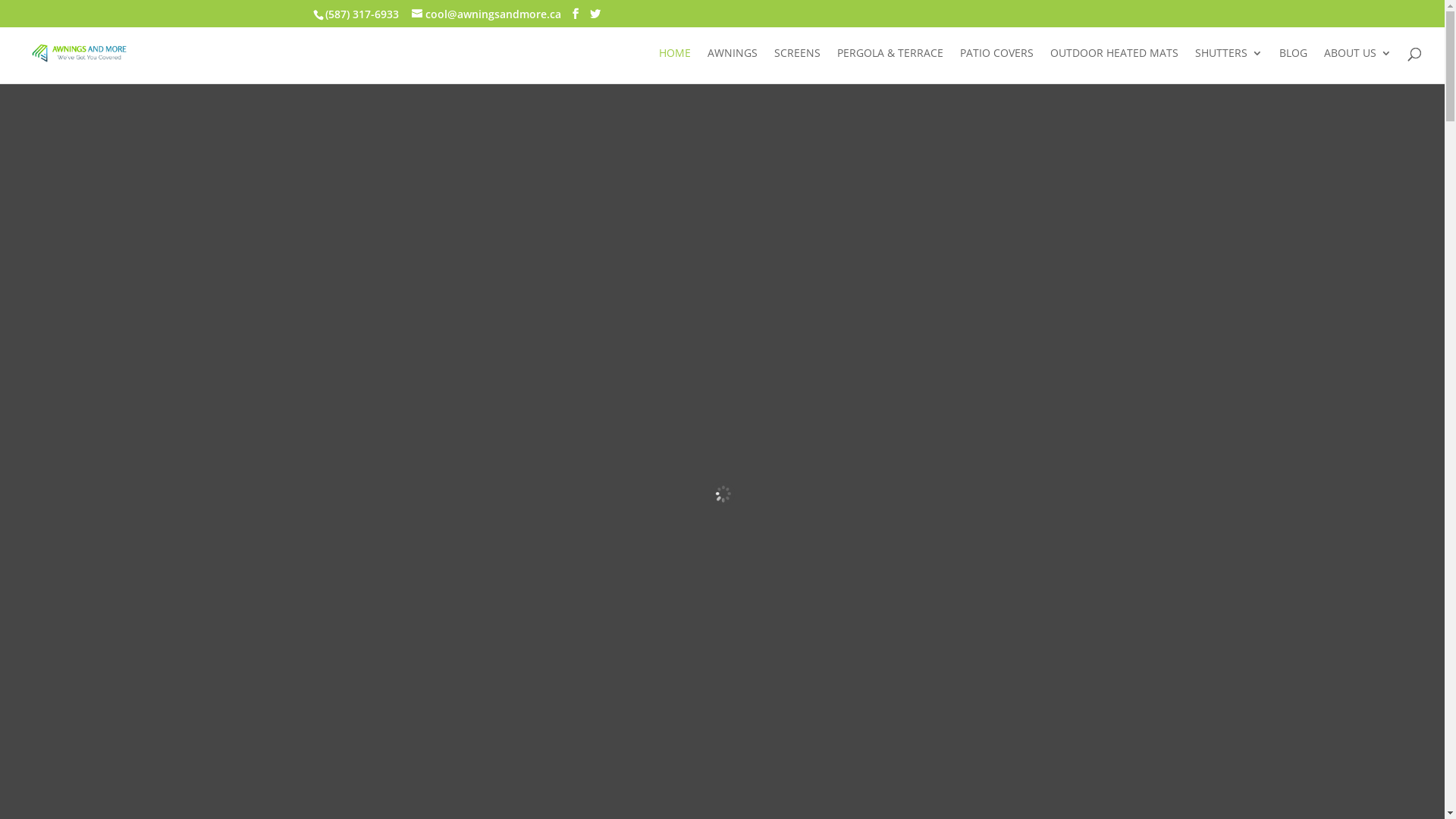 The image size is (1456, 819). What do you see at coordinates (796, 64) in the screenshot?
I see `'SCREENS'` at bounding box center [796, 64].